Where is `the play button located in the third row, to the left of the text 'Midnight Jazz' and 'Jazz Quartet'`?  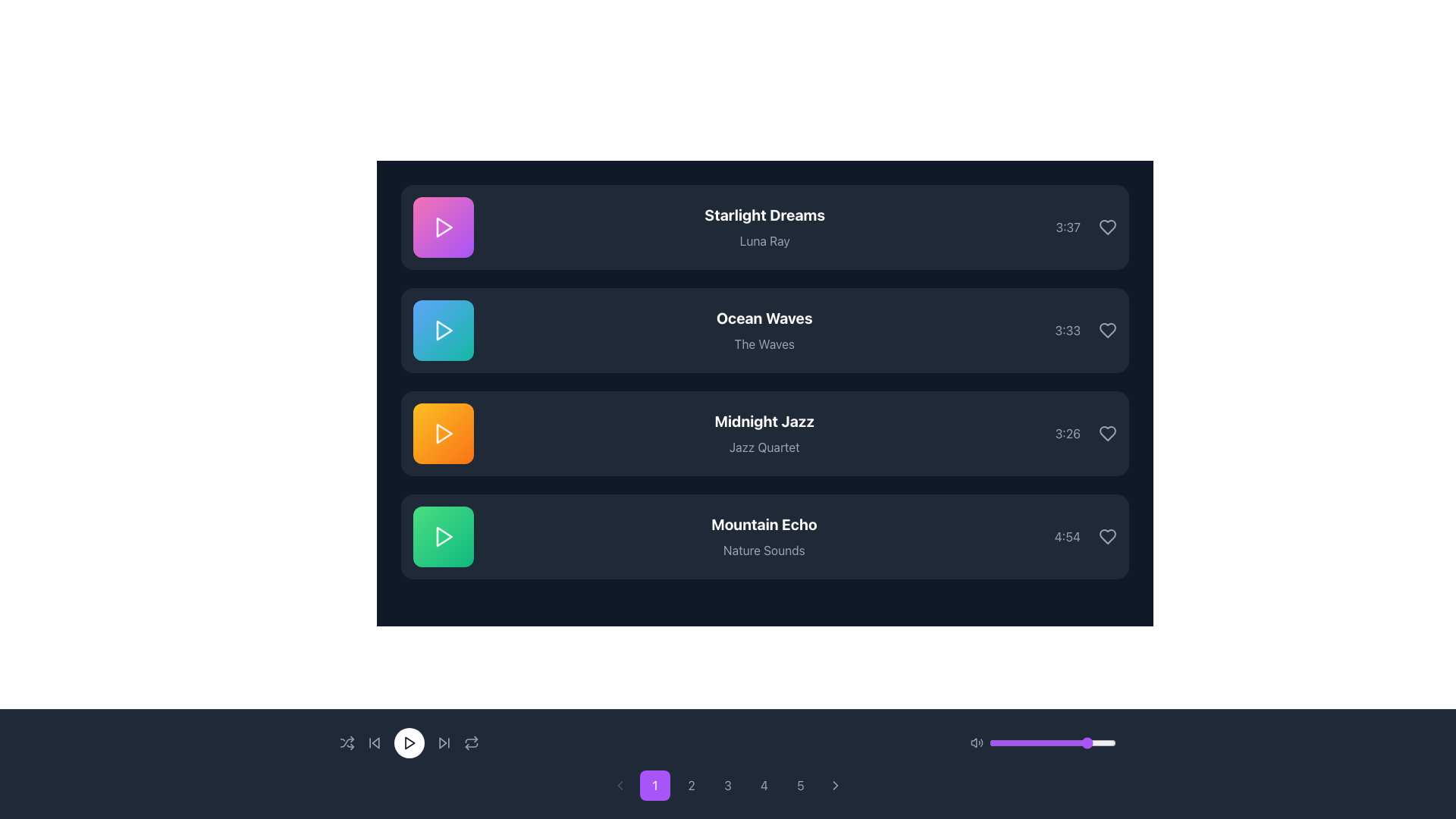 the play button located in the third row, to the left of the text 'Midnight Jazz' and 'Jazz Quartet' is located at coordinates (443, 433).